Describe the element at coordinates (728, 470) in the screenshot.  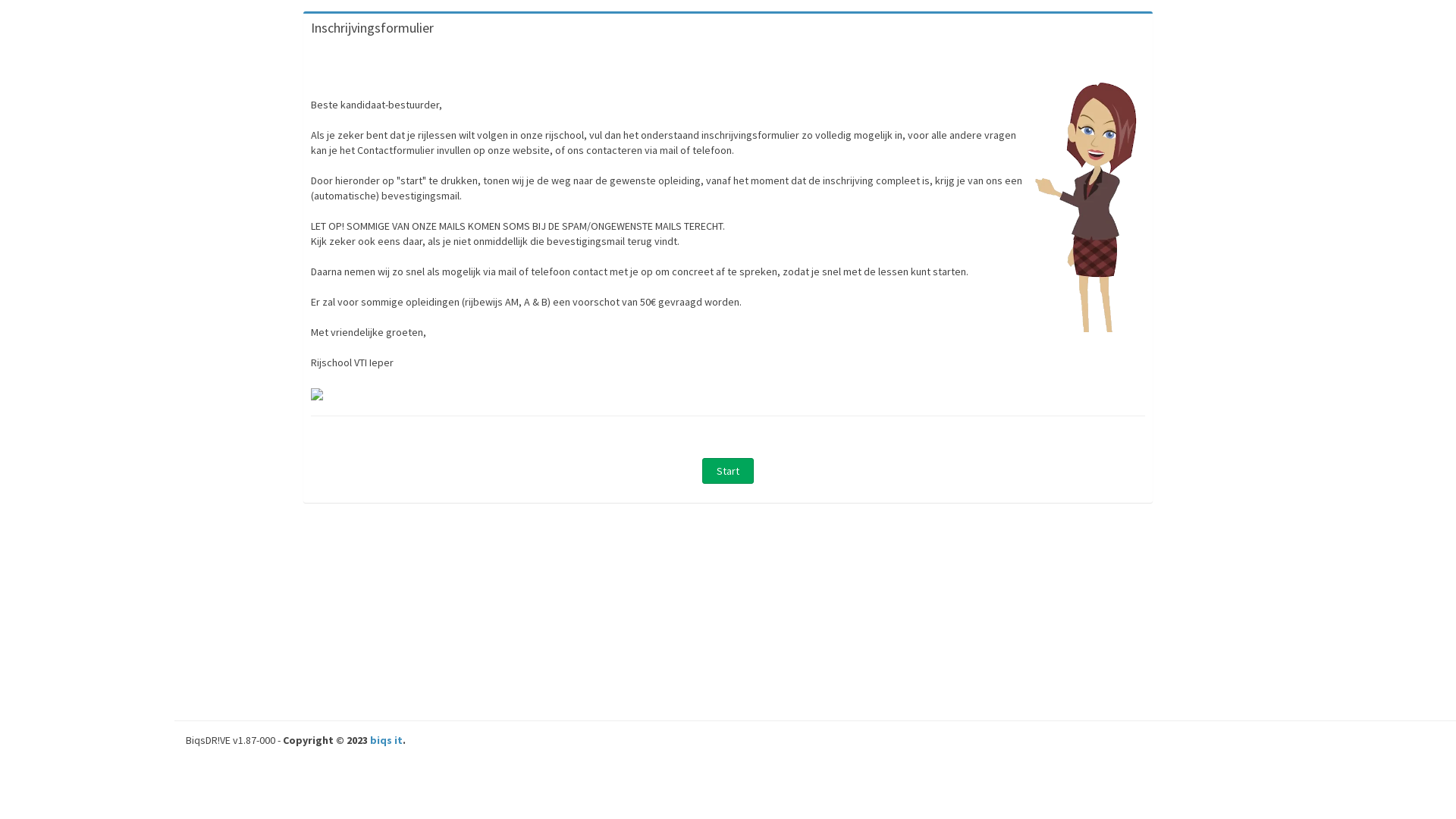
I see `'  Start  '` at that location.